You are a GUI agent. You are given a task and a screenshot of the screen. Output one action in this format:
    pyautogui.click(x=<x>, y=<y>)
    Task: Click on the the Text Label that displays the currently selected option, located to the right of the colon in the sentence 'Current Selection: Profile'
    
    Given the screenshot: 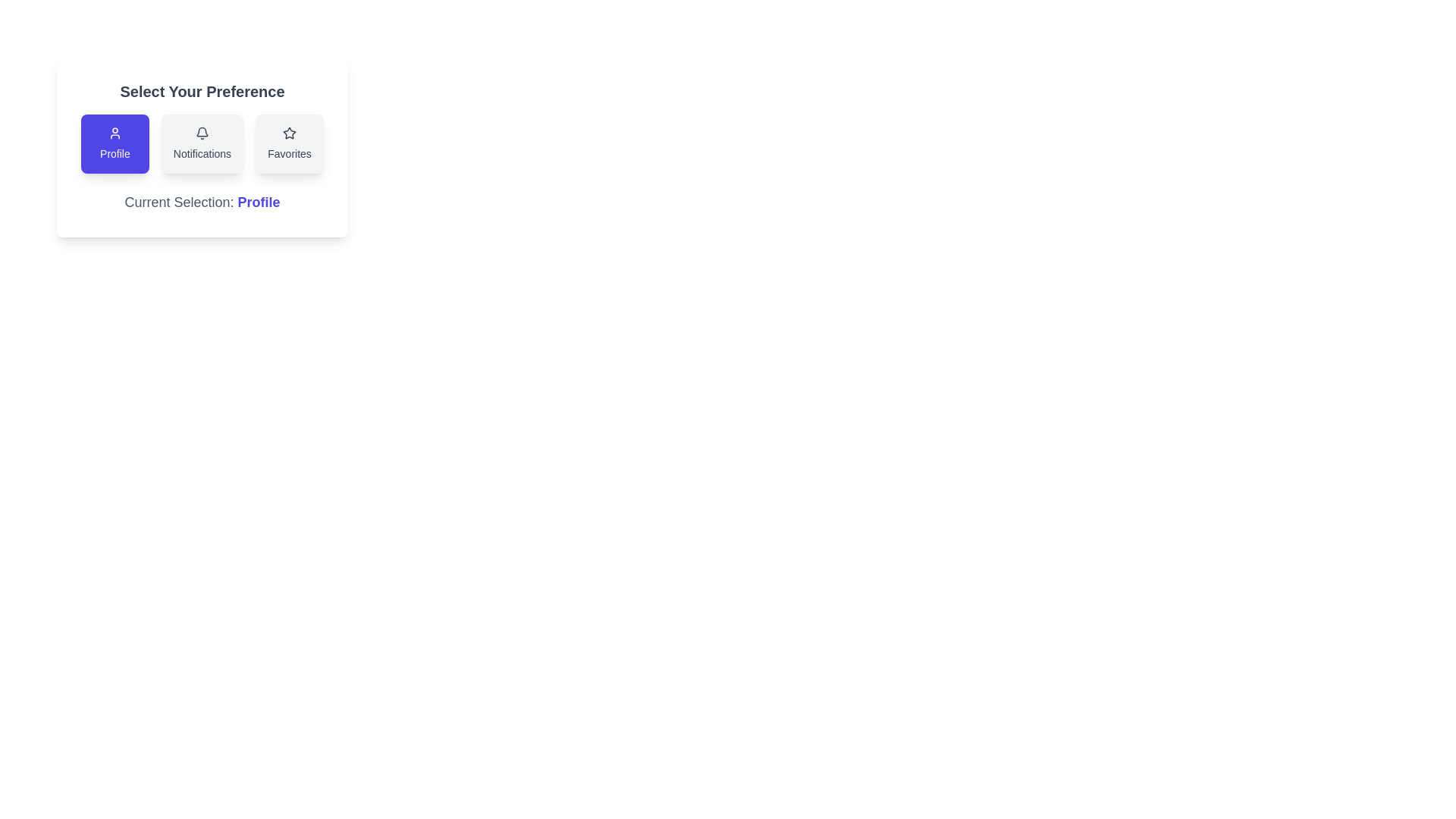 What is the action you would take?
    pyautogui.click(x=259, y=201)
    